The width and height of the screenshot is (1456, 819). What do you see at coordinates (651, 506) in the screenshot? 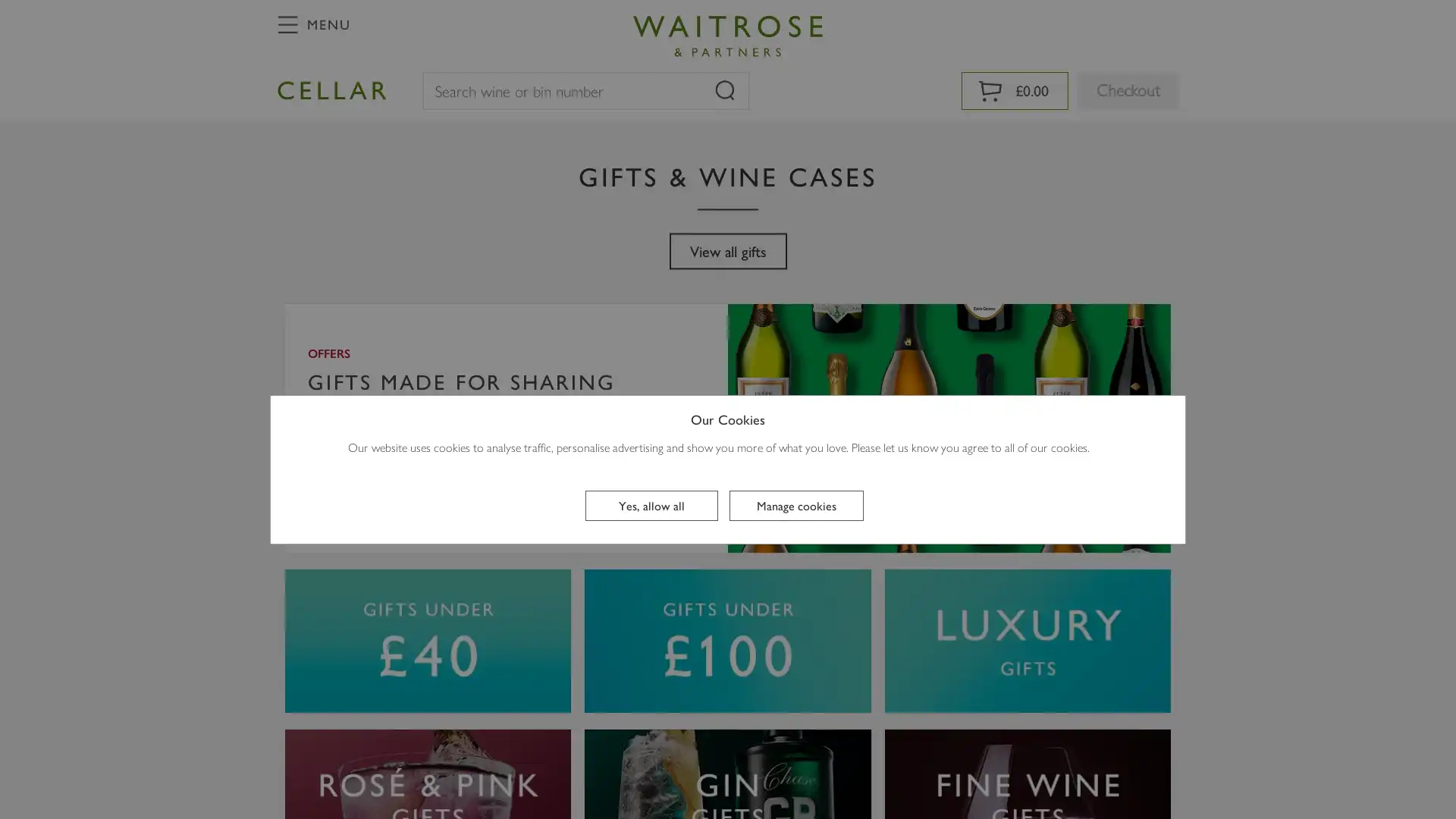
I see `Allow All Cookies` at bounding box center [651, 506].